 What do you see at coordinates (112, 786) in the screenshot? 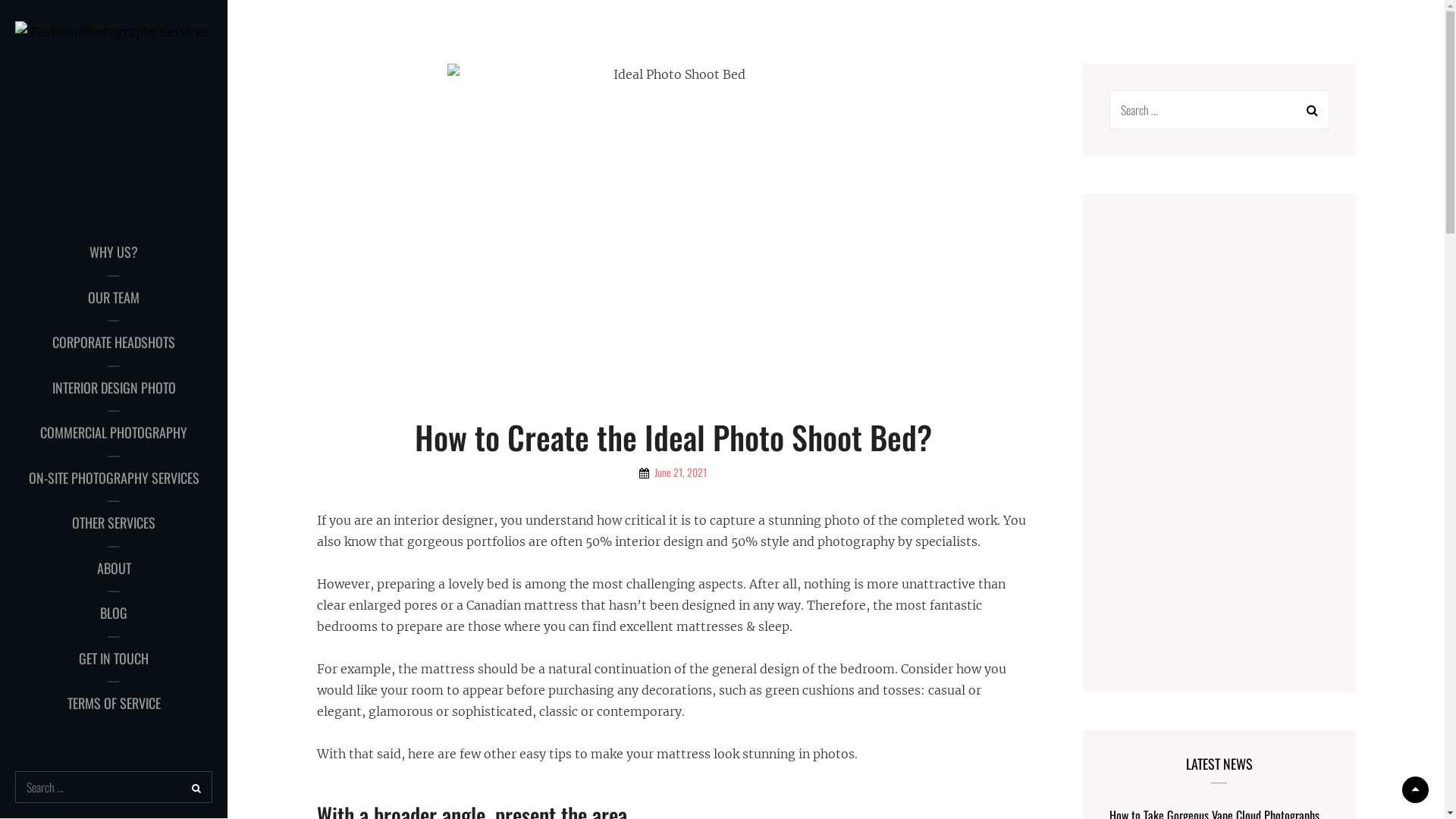
I see `'Search for:'` at bounding box center [112, 786].